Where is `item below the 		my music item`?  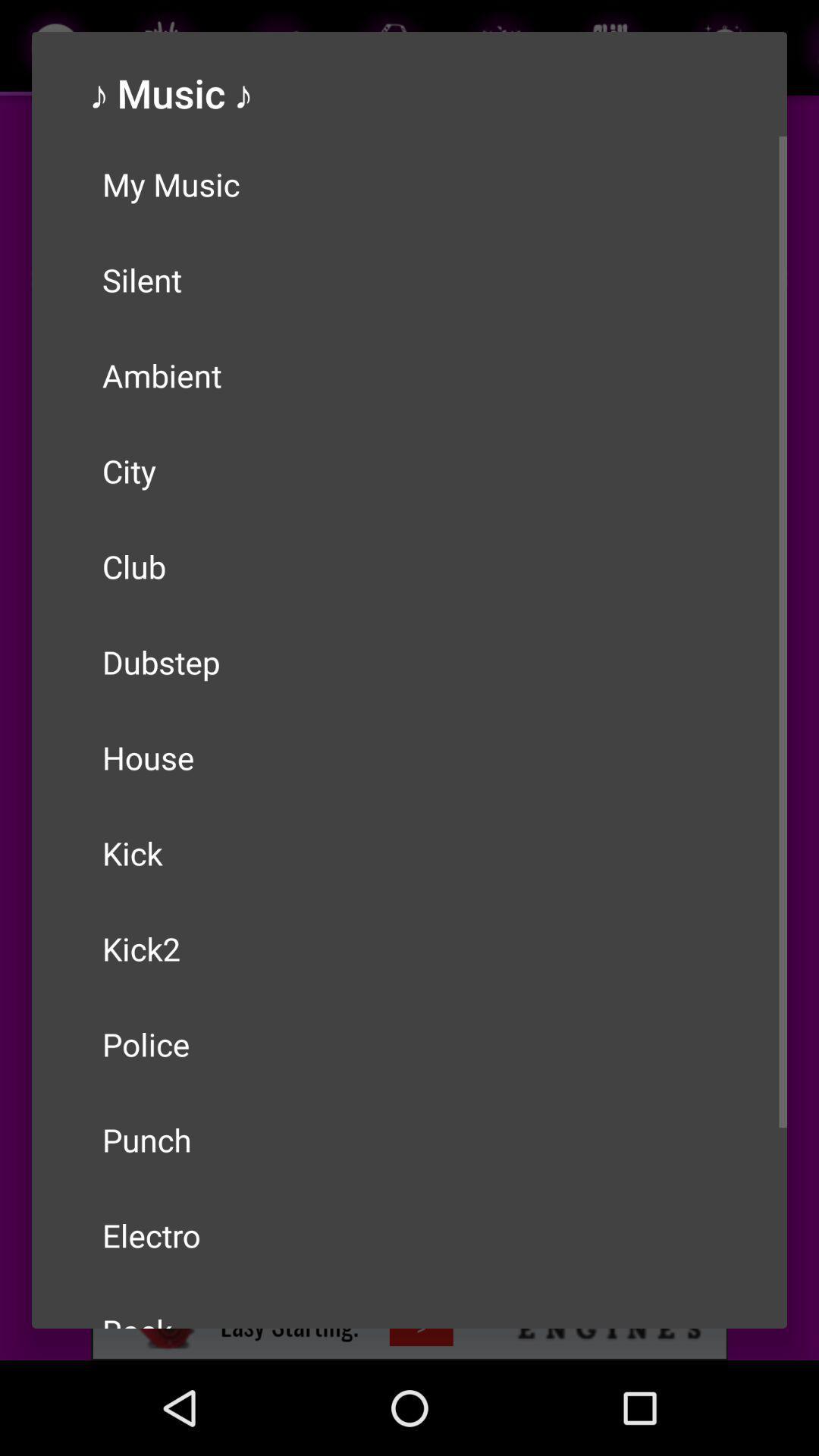
item below the 		my music item is located at coordinates (409, 280).